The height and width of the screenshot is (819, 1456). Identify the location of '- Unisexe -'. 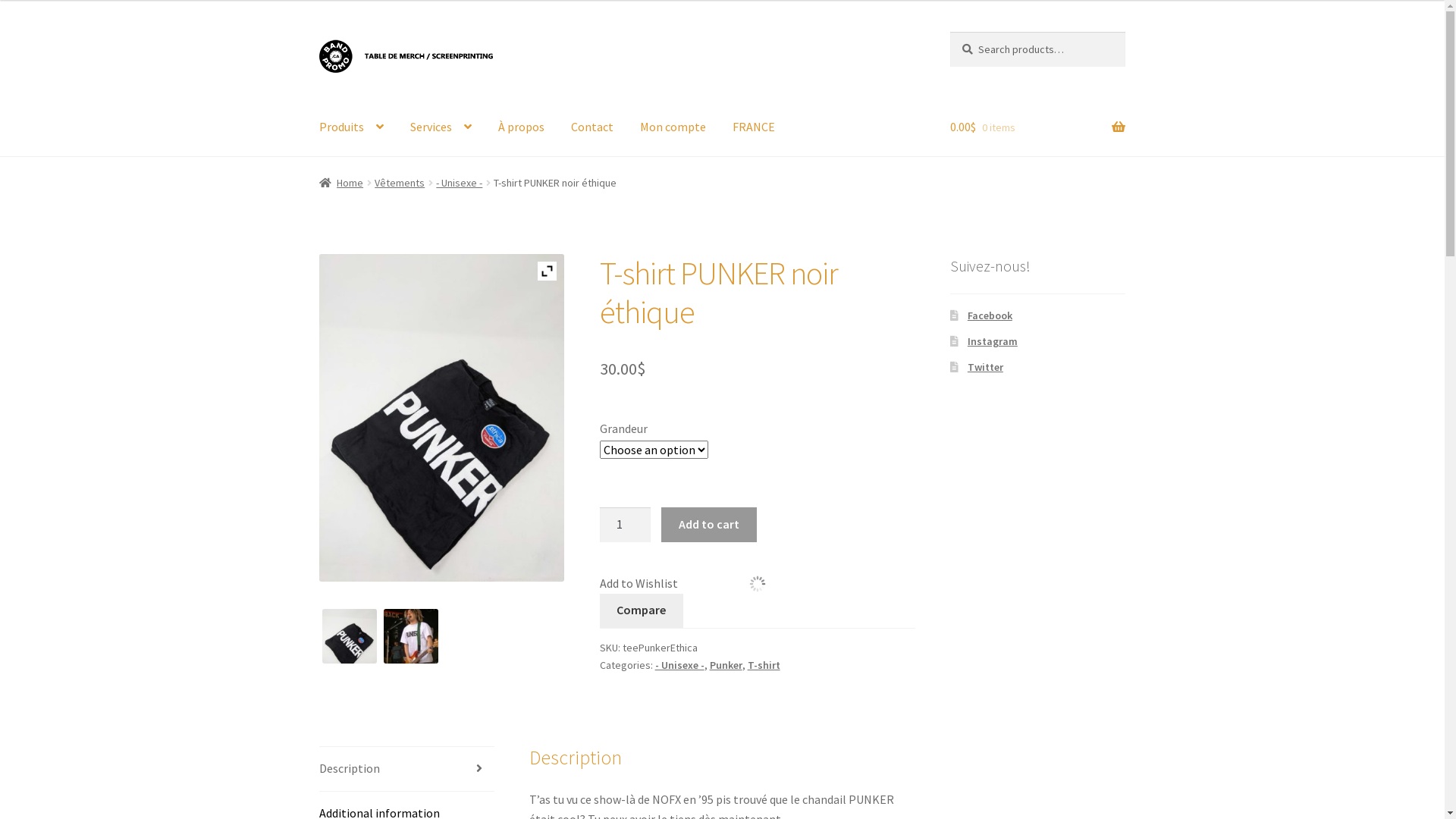
(679, 664).